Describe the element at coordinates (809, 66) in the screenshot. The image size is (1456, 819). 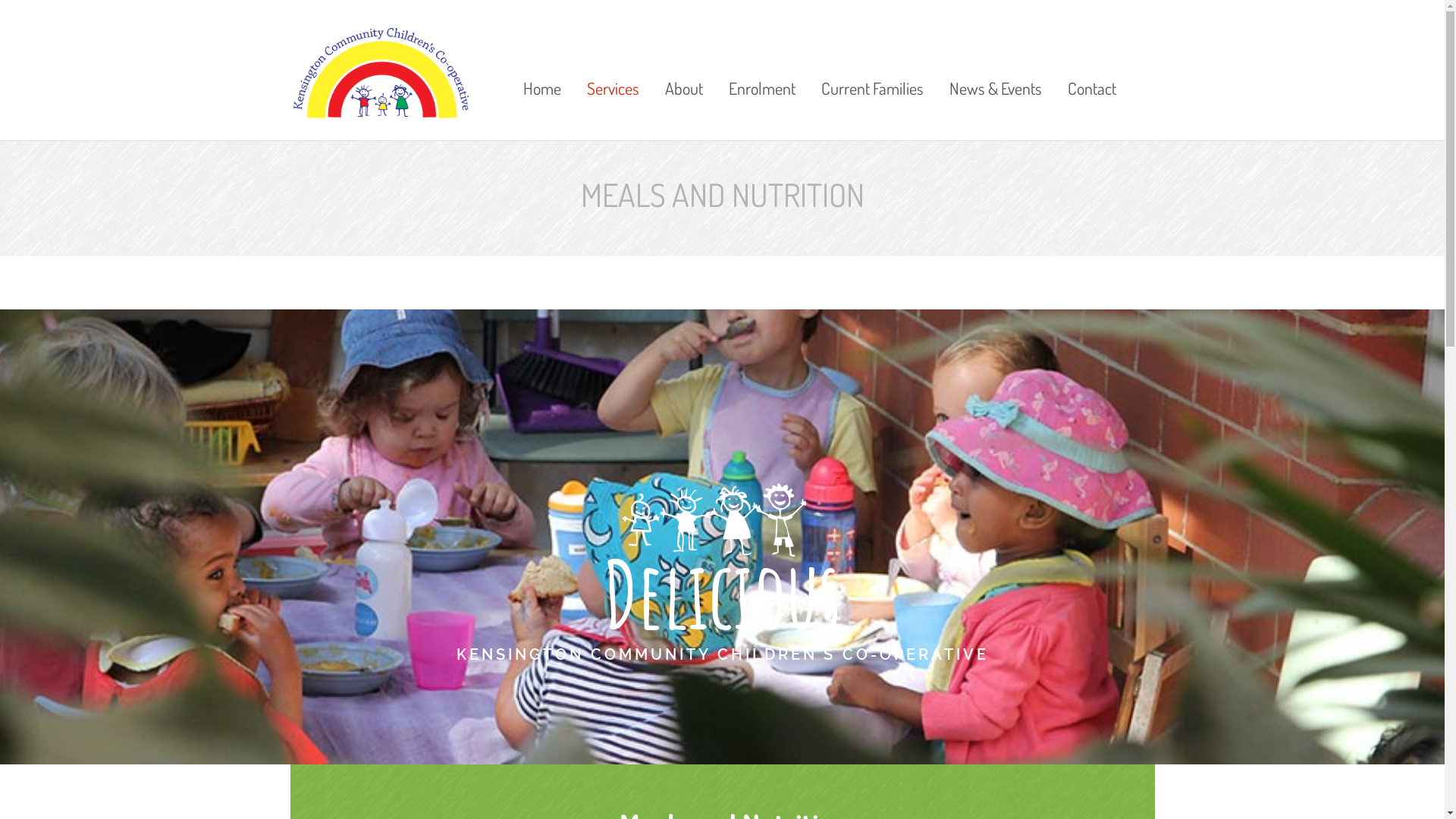
I see `'Current Families'` at that location.